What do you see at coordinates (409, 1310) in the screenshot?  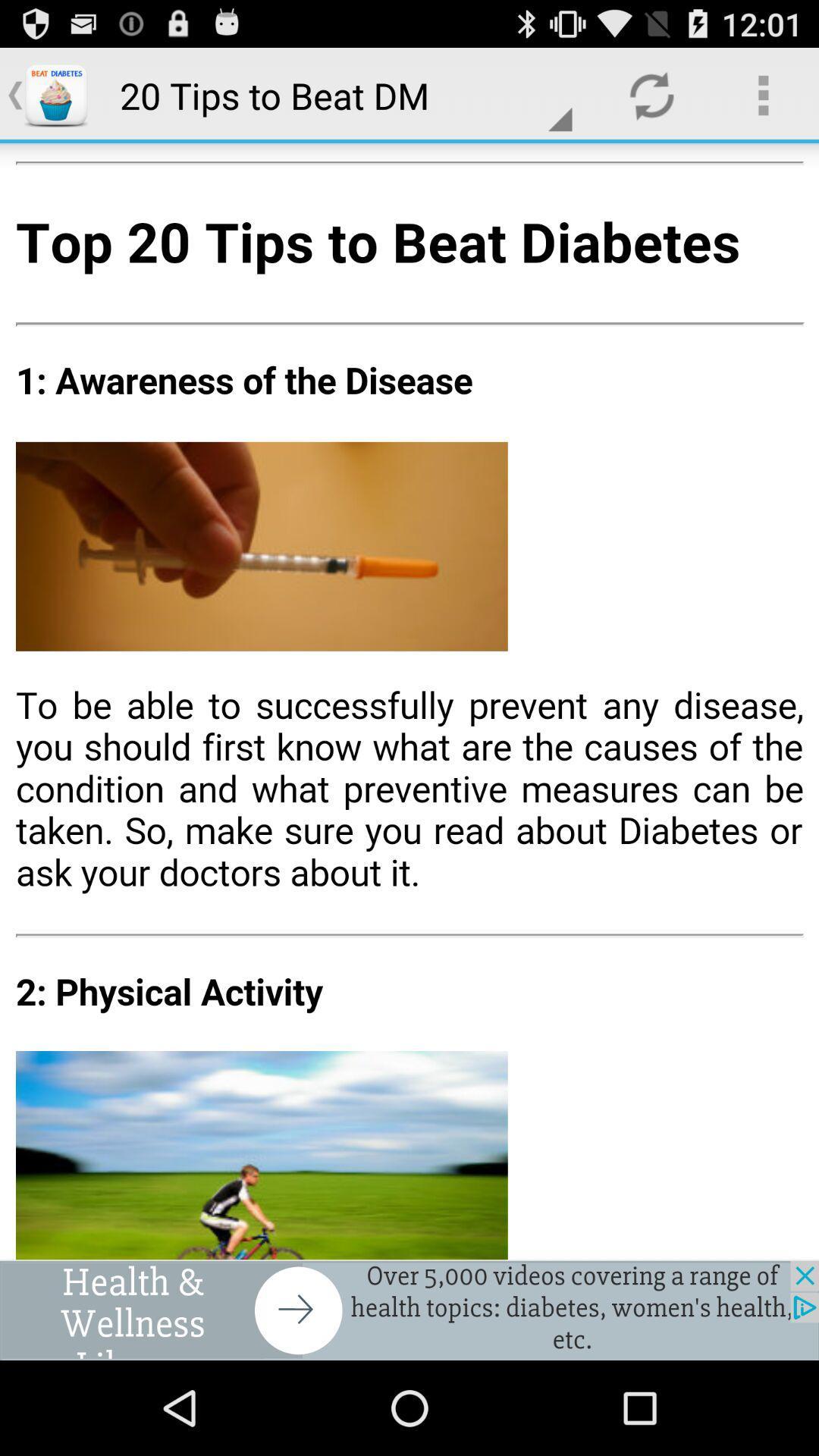 I see `open the advertisement` at bounding box center [409, 1310].